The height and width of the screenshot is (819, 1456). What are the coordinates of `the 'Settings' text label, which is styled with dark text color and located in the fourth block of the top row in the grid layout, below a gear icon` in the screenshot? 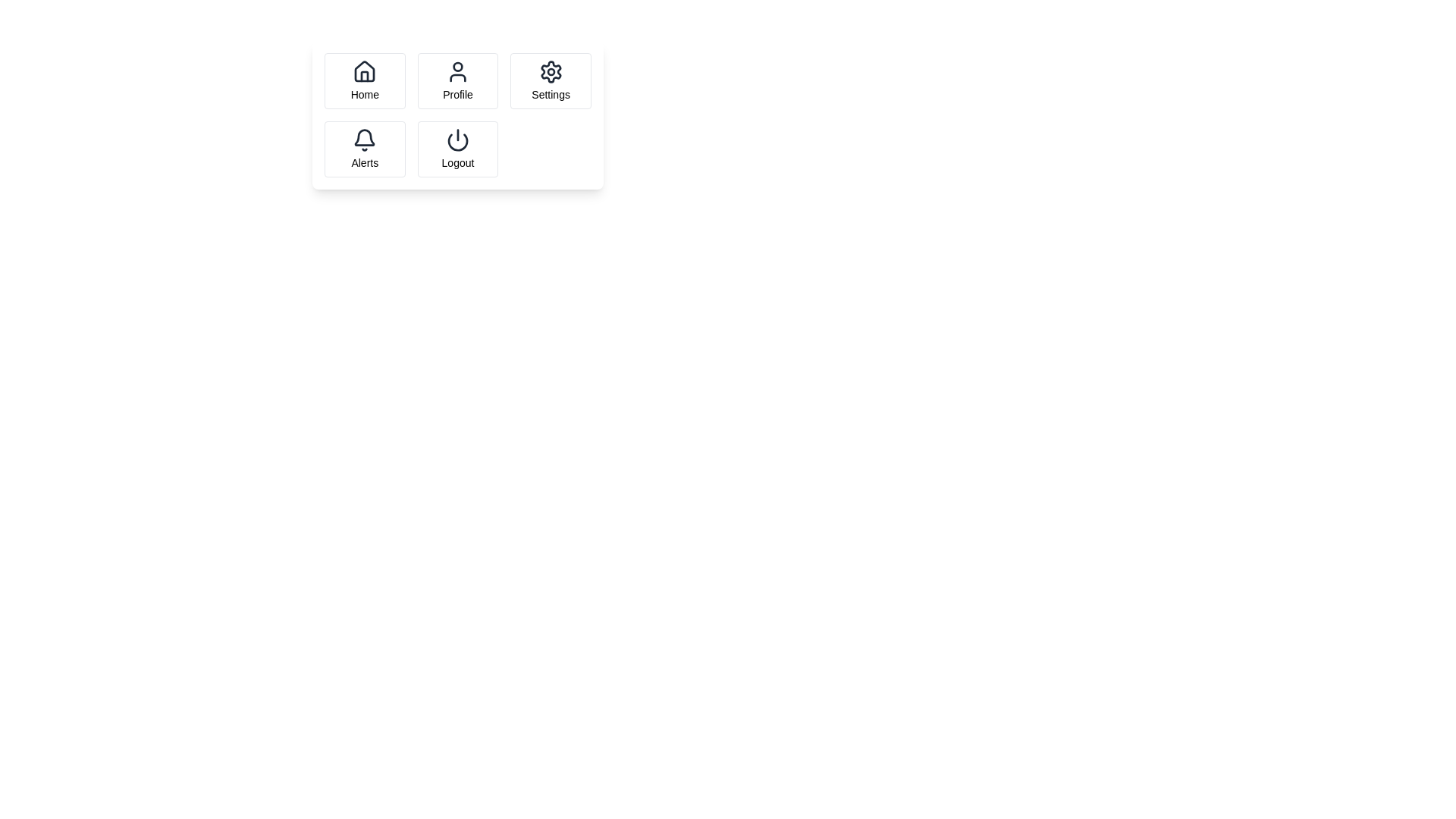 It's located at (550, 94).